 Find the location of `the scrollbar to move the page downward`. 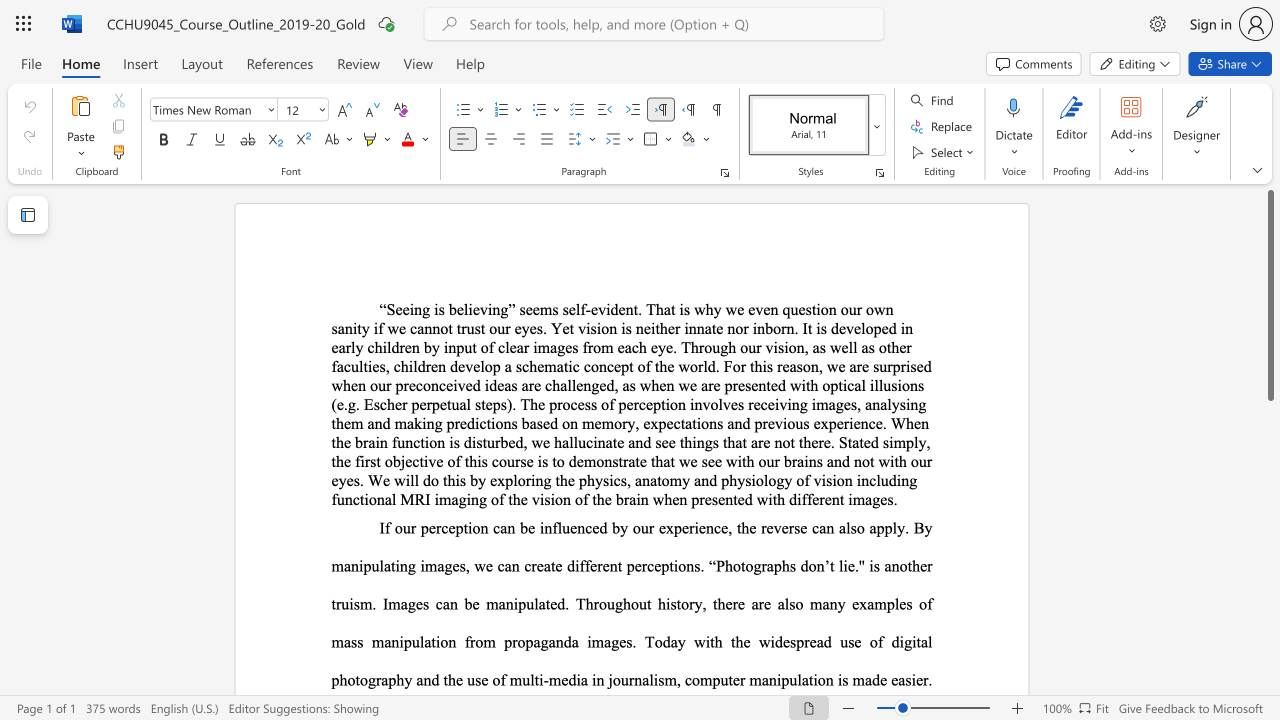

the scrollbar to move the page downward is located at coordinates (1269, 688).